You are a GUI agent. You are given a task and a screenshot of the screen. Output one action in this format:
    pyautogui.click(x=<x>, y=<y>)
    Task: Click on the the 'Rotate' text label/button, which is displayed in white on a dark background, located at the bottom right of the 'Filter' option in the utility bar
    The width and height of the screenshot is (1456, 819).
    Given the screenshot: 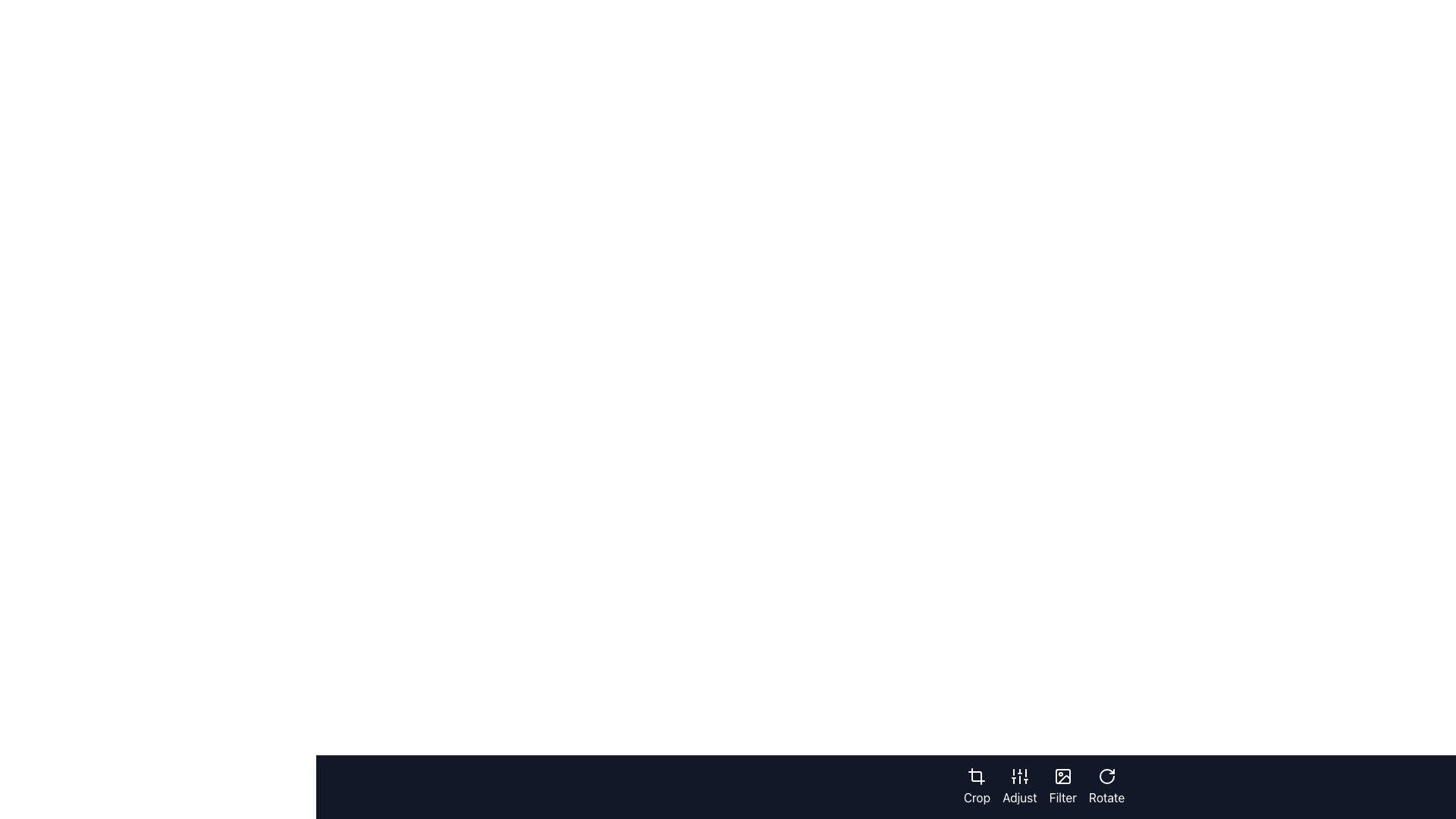 What is the action you would take?
    pyautogui.click(x=1106, y=797)
    